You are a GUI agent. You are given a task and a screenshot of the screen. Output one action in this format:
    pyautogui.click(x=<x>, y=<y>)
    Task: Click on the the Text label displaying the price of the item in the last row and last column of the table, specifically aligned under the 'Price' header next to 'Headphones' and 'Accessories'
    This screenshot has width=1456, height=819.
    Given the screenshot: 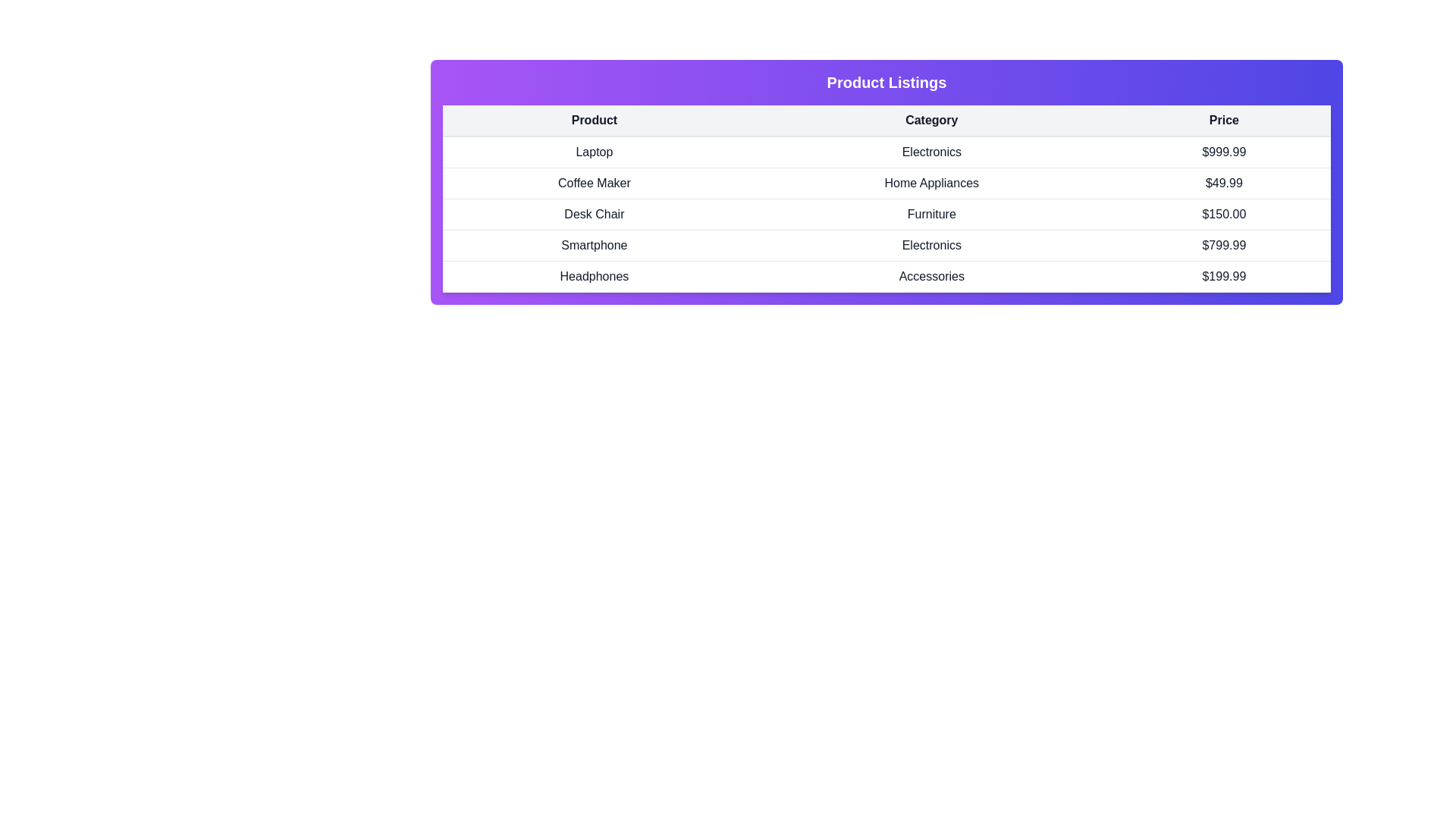 What is the action you would take?
    pyautogui.click(x=1224, y=277)
    